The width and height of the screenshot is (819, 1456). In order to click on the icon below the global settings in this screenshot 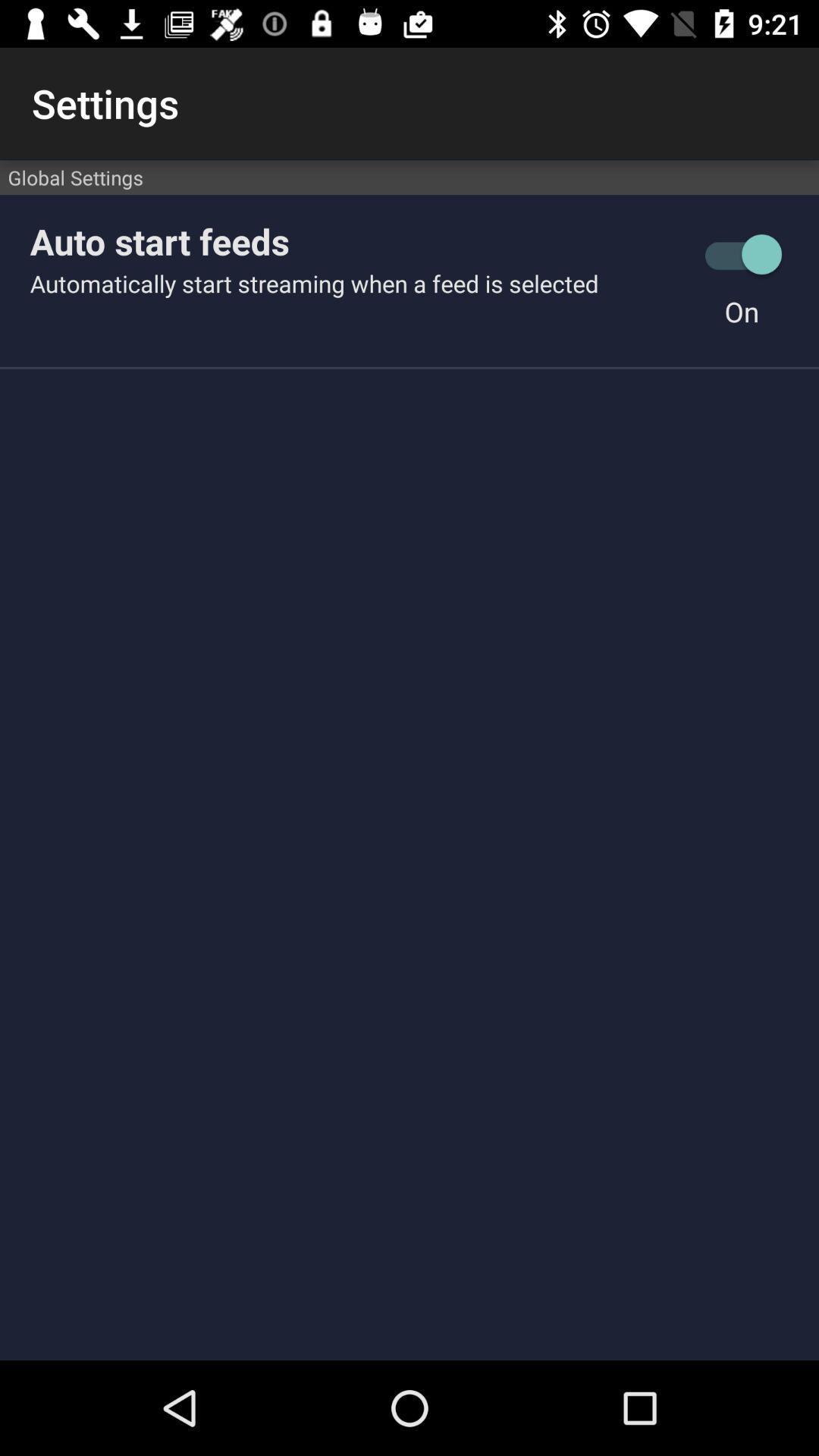, I will do `click(357, 240)`.